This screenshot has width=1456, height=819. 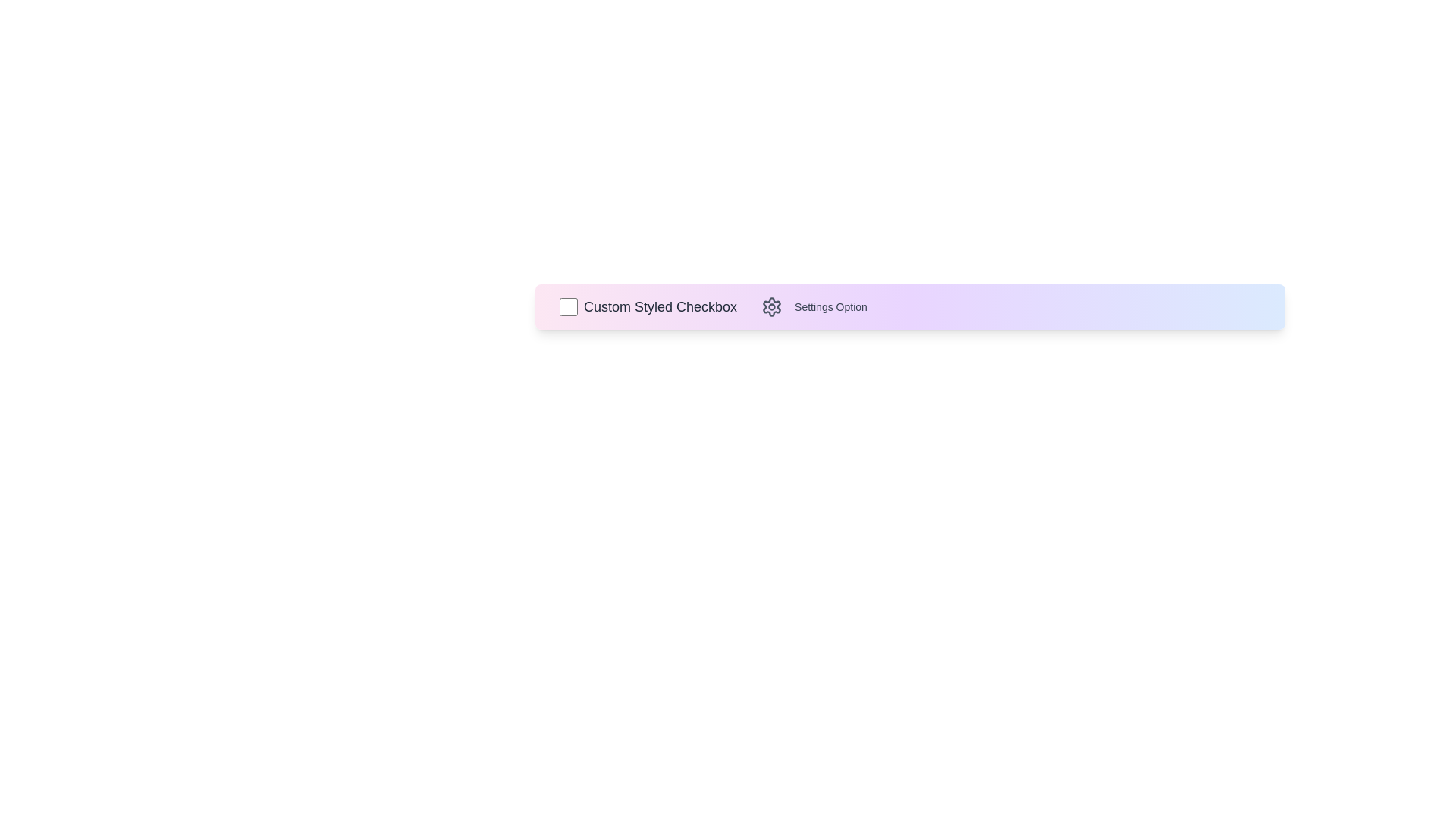 What do you see at coordinates (910, 307) in the screenshot?
I see `the background gradient area to inspect it` at bounding box center [910, 307].